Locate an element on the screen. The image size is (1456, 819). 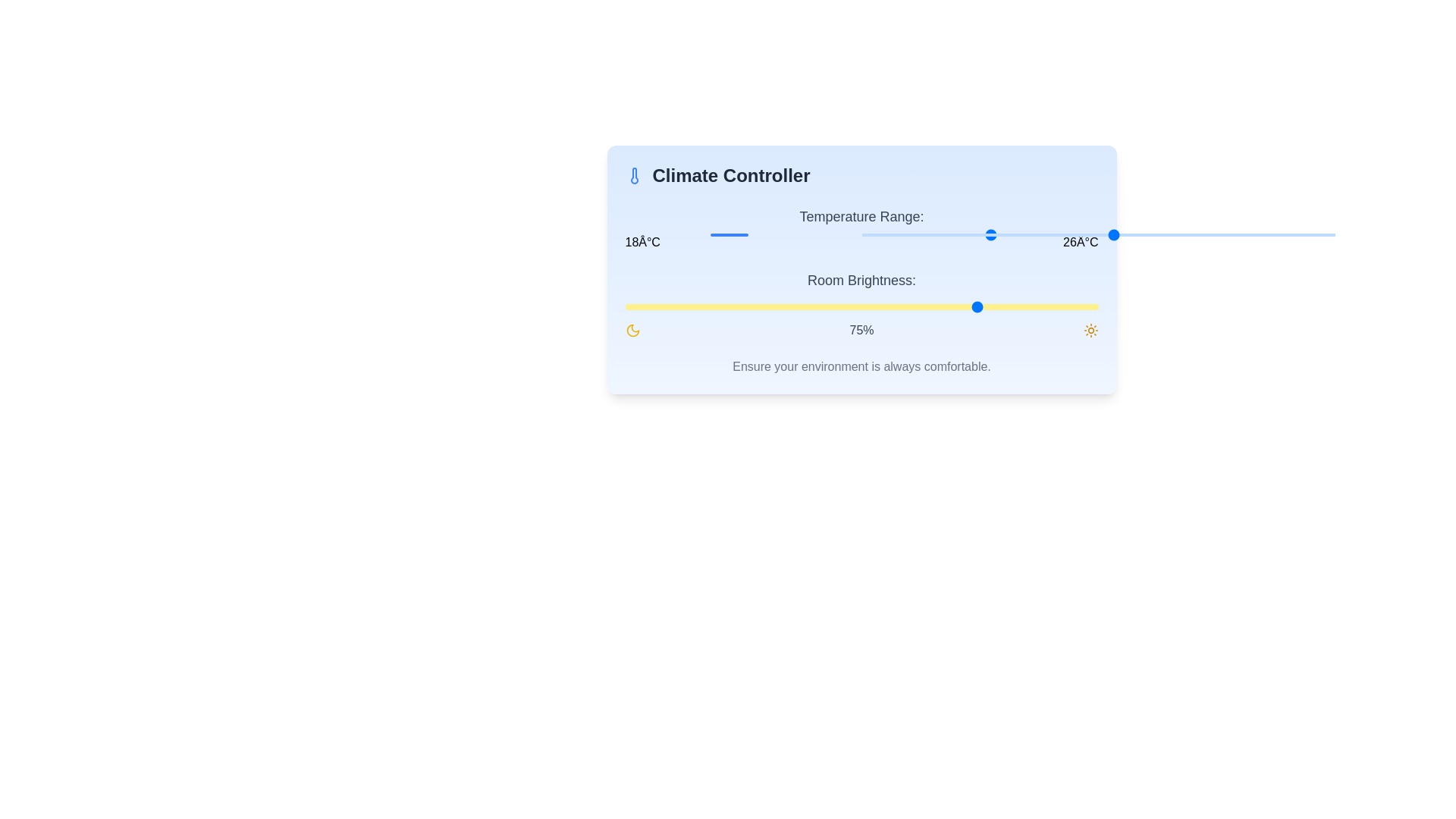
label that displays the text 'Climate Controller', which is styled in a bold and large font size, located to the right of a thermometer icon in the header section of the card is located at coordinates (731, 174).